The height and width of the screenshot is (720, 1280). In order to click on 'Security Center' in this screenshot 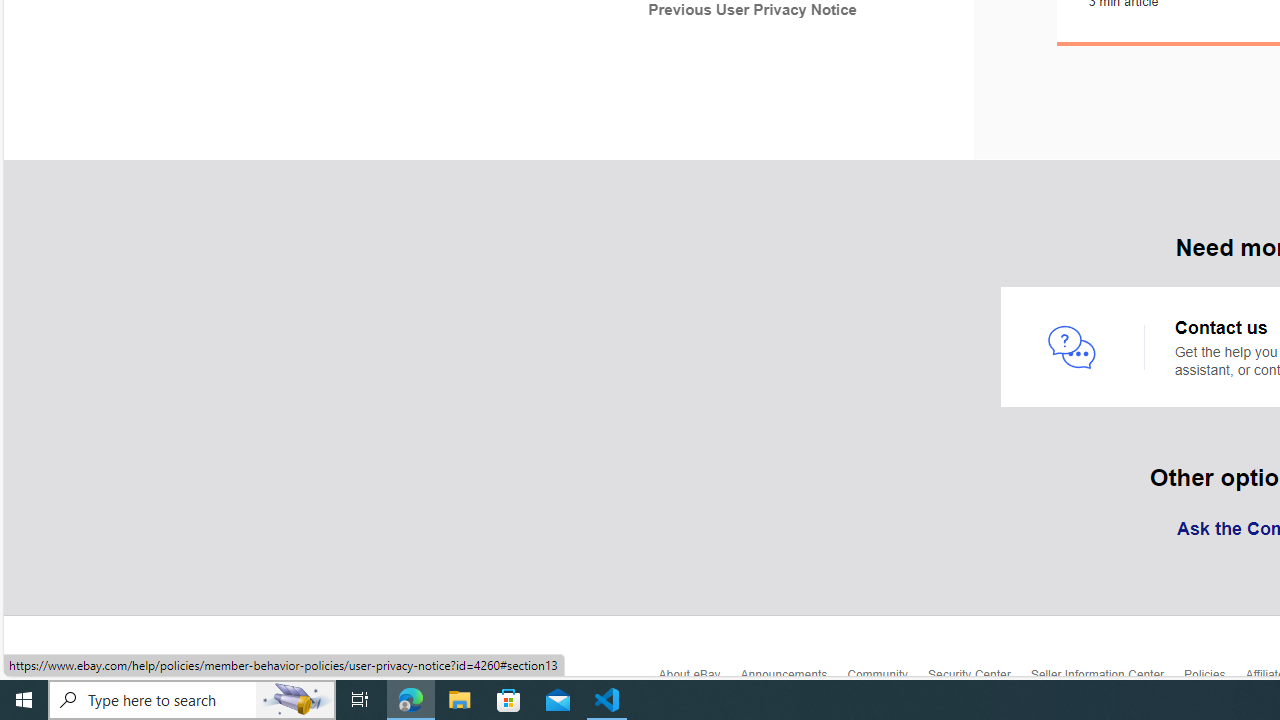, I will do `click(978, 679)`.